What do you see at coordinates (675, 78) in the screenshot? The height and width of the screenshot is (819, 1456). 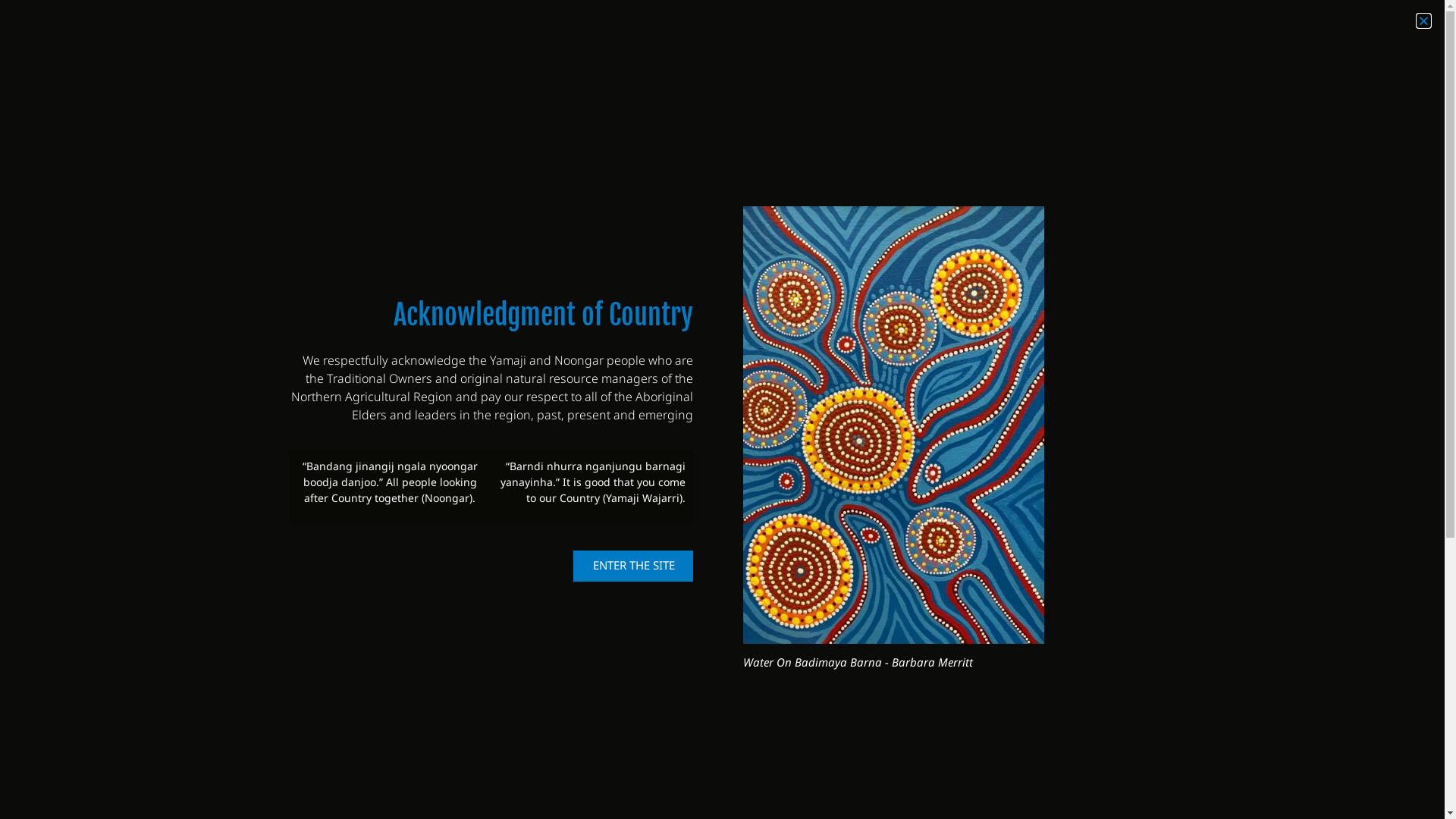 I see `'NRM STRATEGY'` at bounding box center [675, 78].